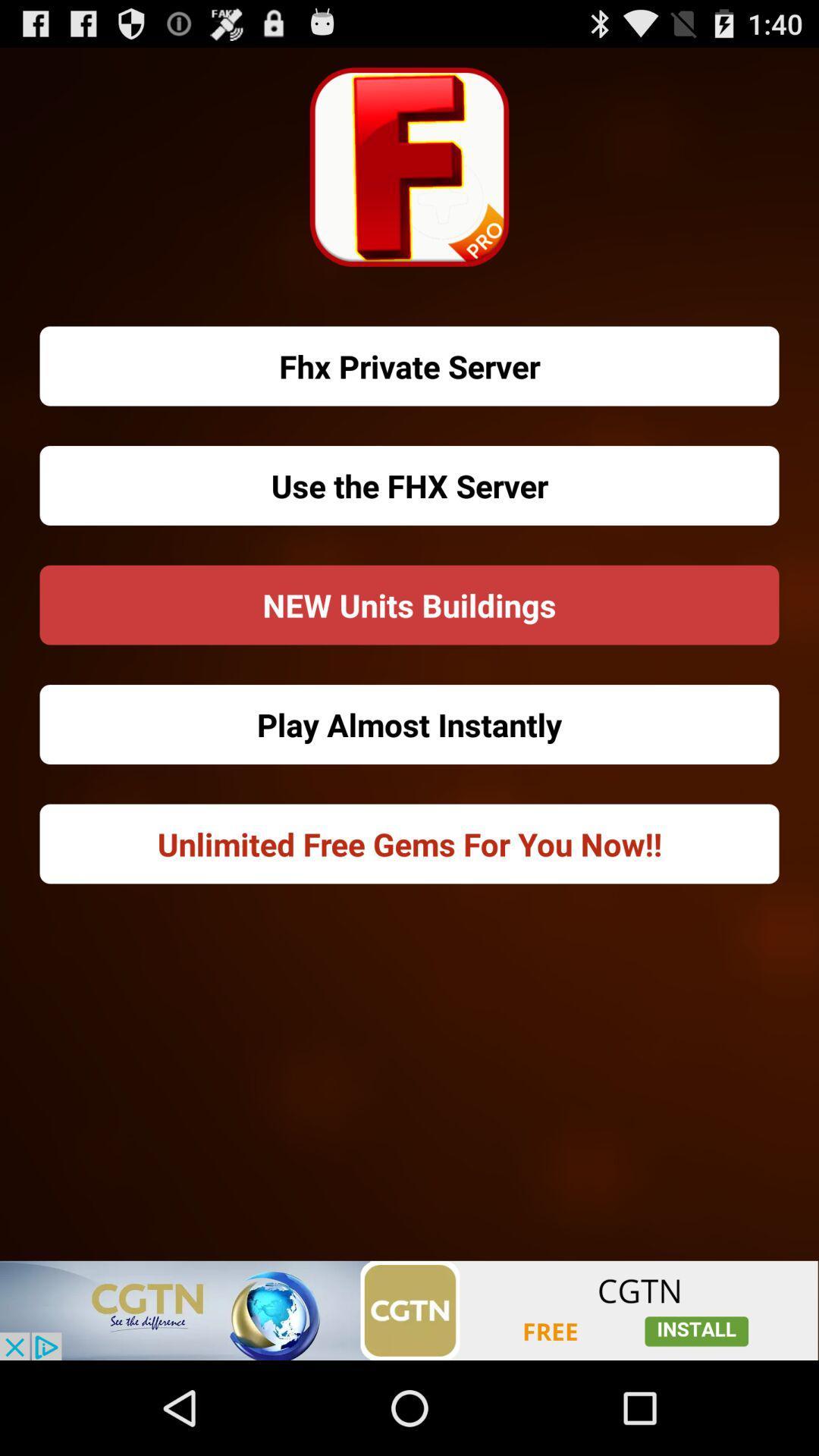  What do you see at coordinates (409, 1310) in the screenshot?
I see `click the add` at bounding box center [409, 1310].